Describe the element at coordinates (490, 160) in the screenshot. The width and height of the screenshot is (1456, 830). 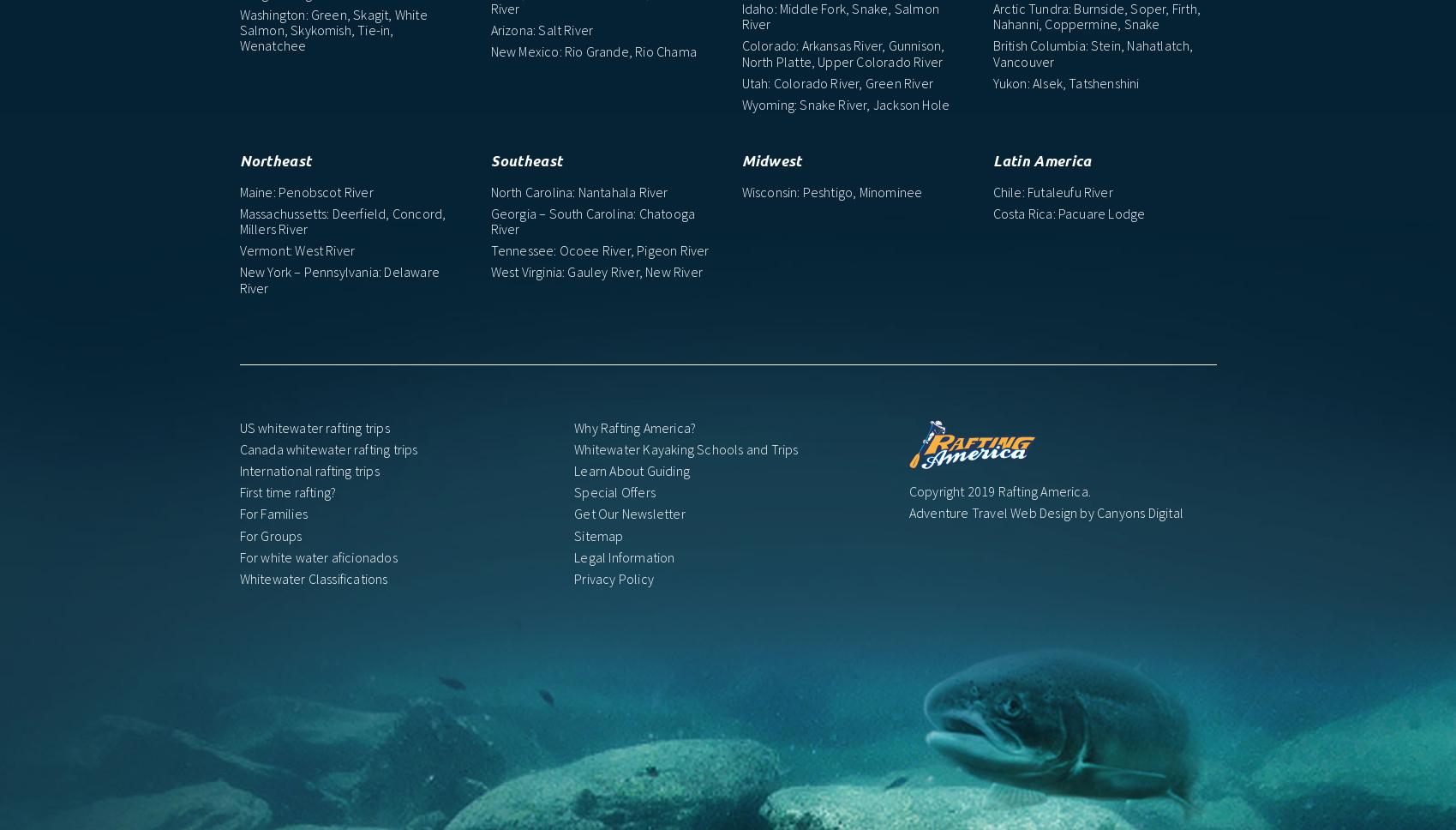
I see `'Southeast'` at that location.